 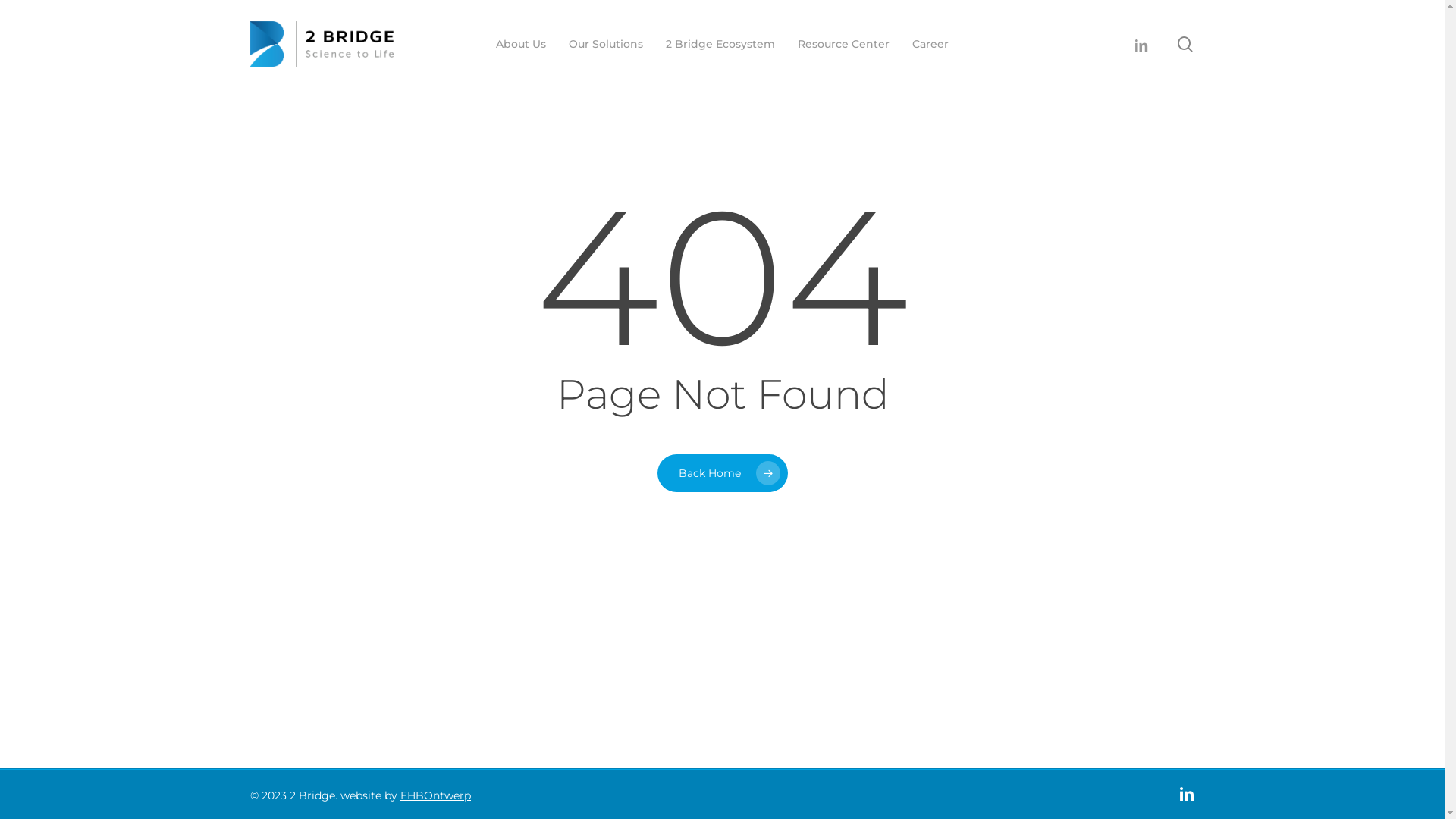 I want to click on 'Our Solutions', so click(x=567, y=42).